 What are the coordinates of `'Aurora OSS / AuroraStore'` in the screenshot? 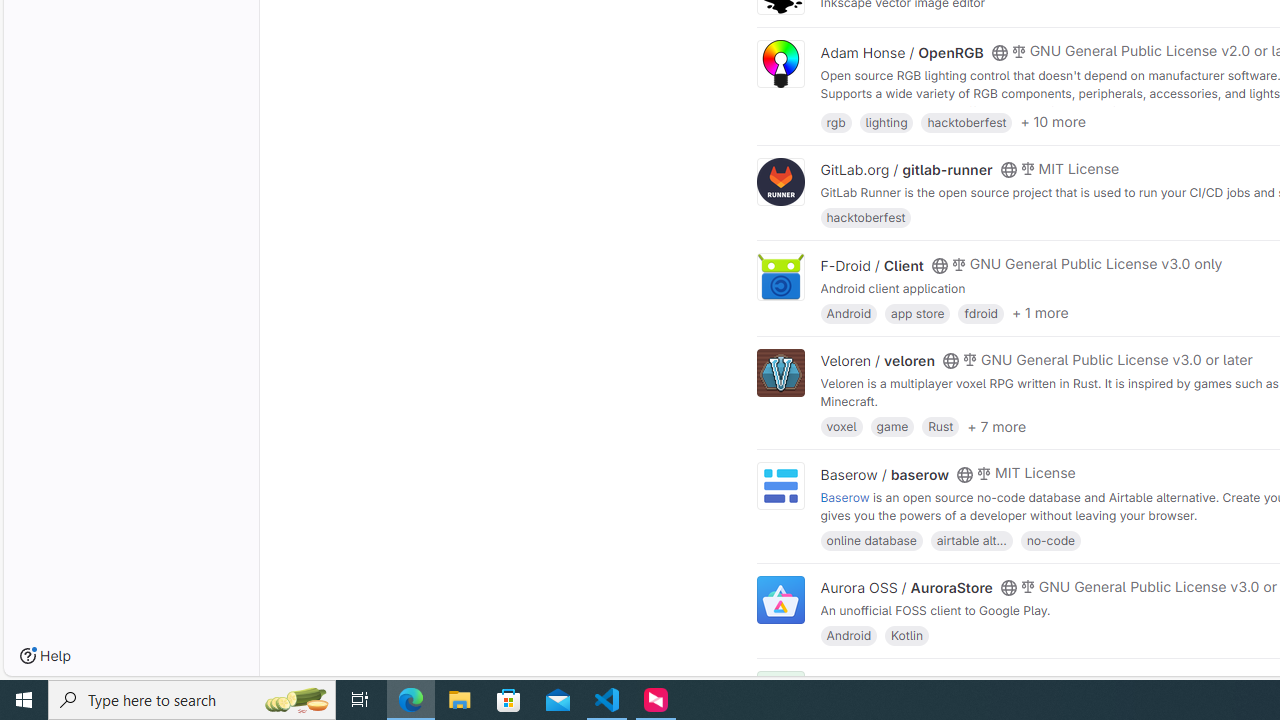 It's located at (905, 586).